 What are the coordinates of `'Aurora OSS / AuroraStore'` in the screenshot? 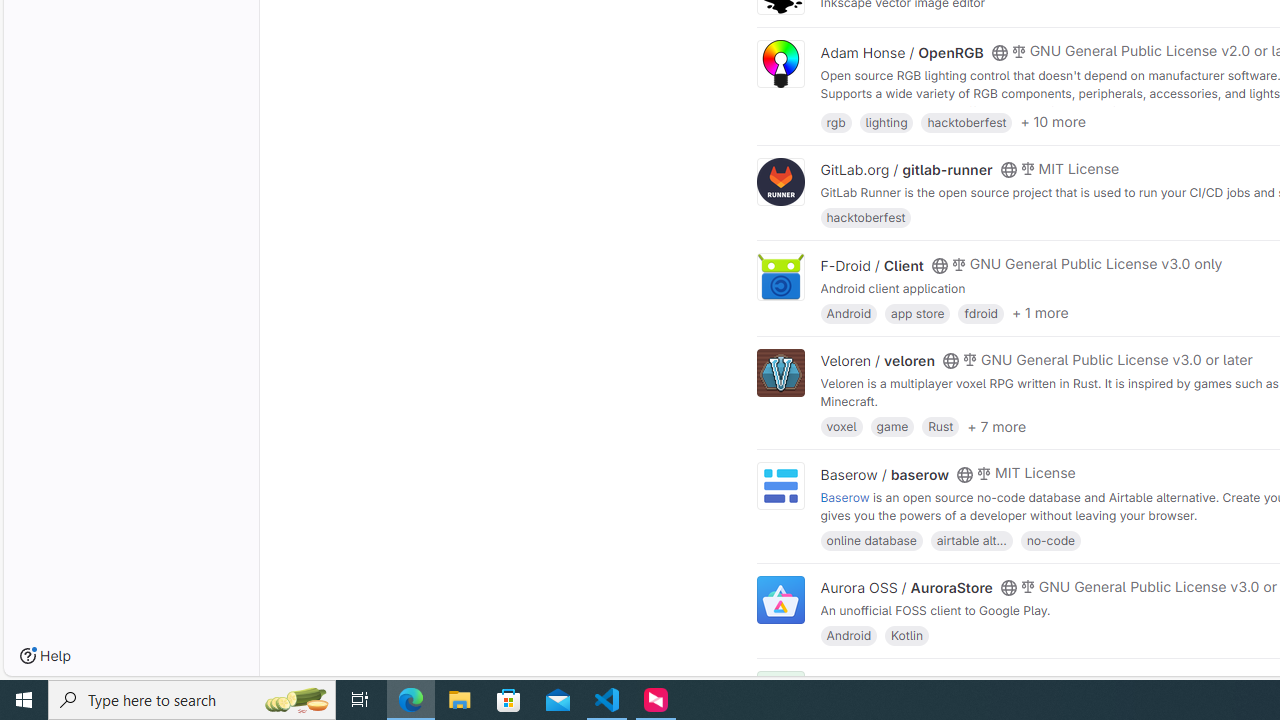 It's located at (905, 586).